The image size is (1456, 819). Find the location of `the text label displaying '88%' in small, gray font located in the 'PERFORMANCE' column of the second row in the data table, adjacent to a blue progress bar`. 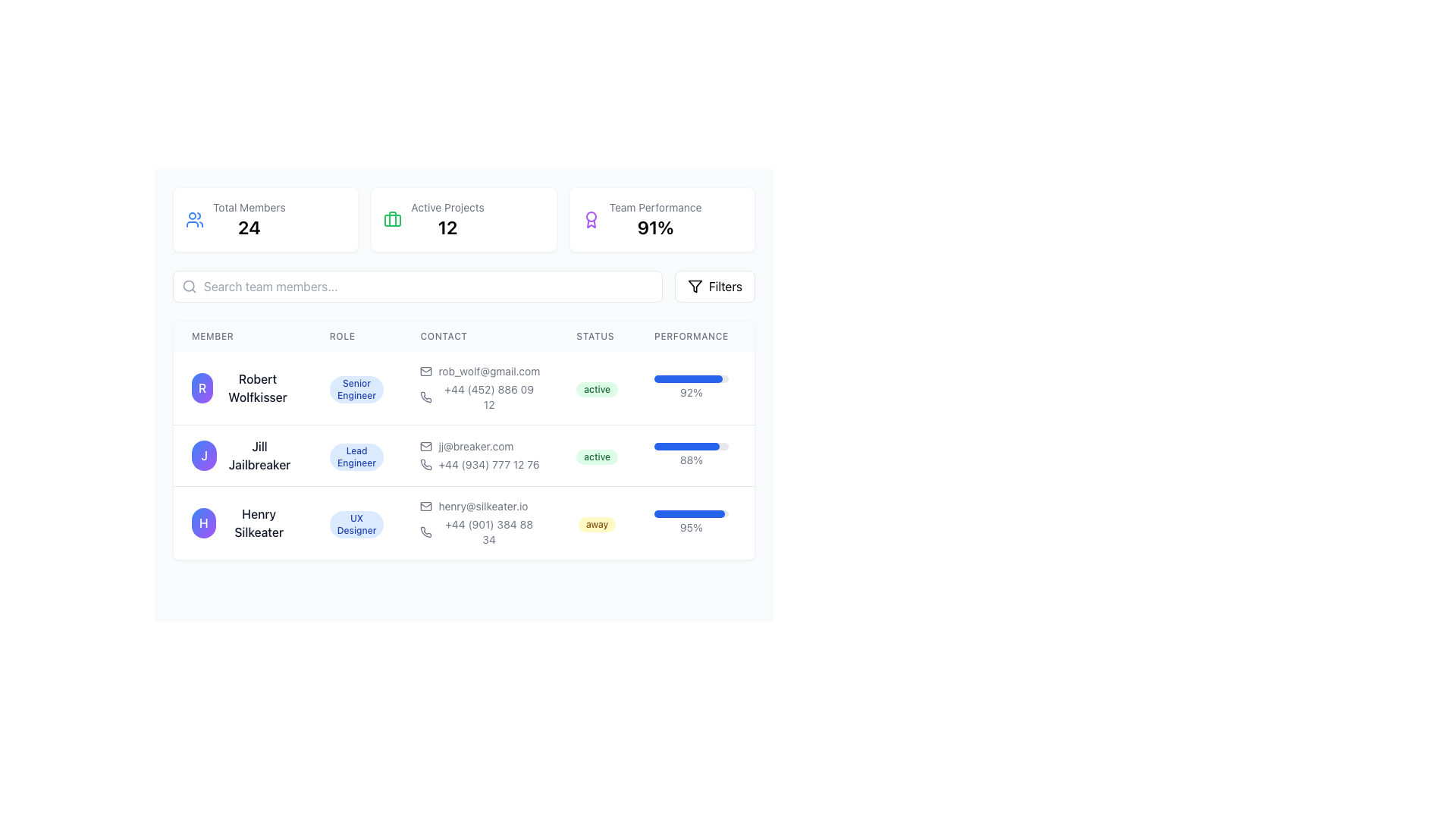

the text label displaying '88%' in small, gray font located in the 'PERFORMANCE' column of the second row in the data table, adjacent to a blue progress bar is located at coordinates (691, 459).